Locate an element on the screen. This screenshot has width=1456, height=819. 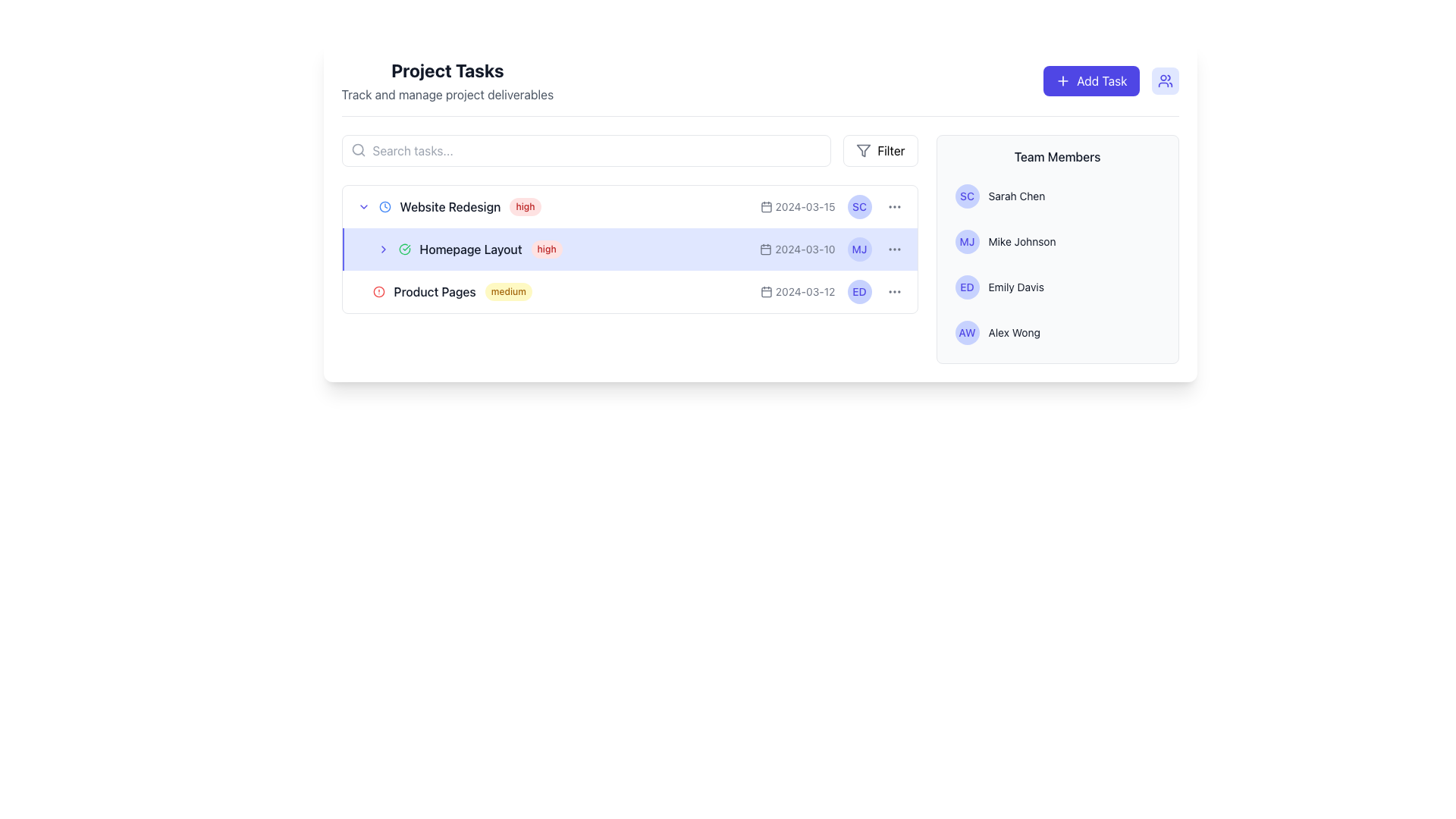
the text label 'AW' styled in a medium, small-sized font with an indigo-blue color, which is centered within a circular badge in the bottom-right section of the user interface's 'Team Members' panel is located at coordinates (966, 332).